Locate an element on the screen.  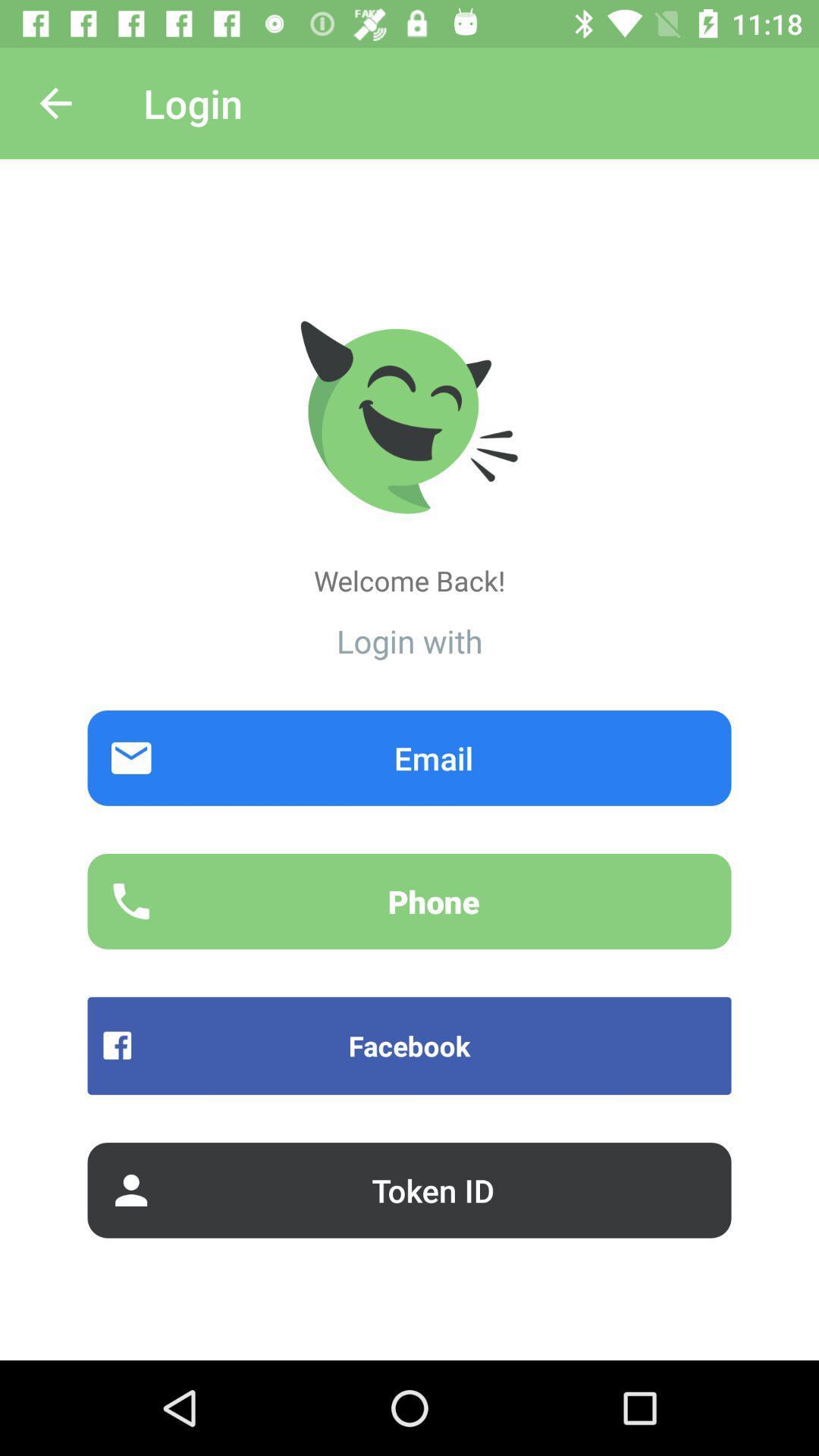
email item is located at coordinates (409, 758).